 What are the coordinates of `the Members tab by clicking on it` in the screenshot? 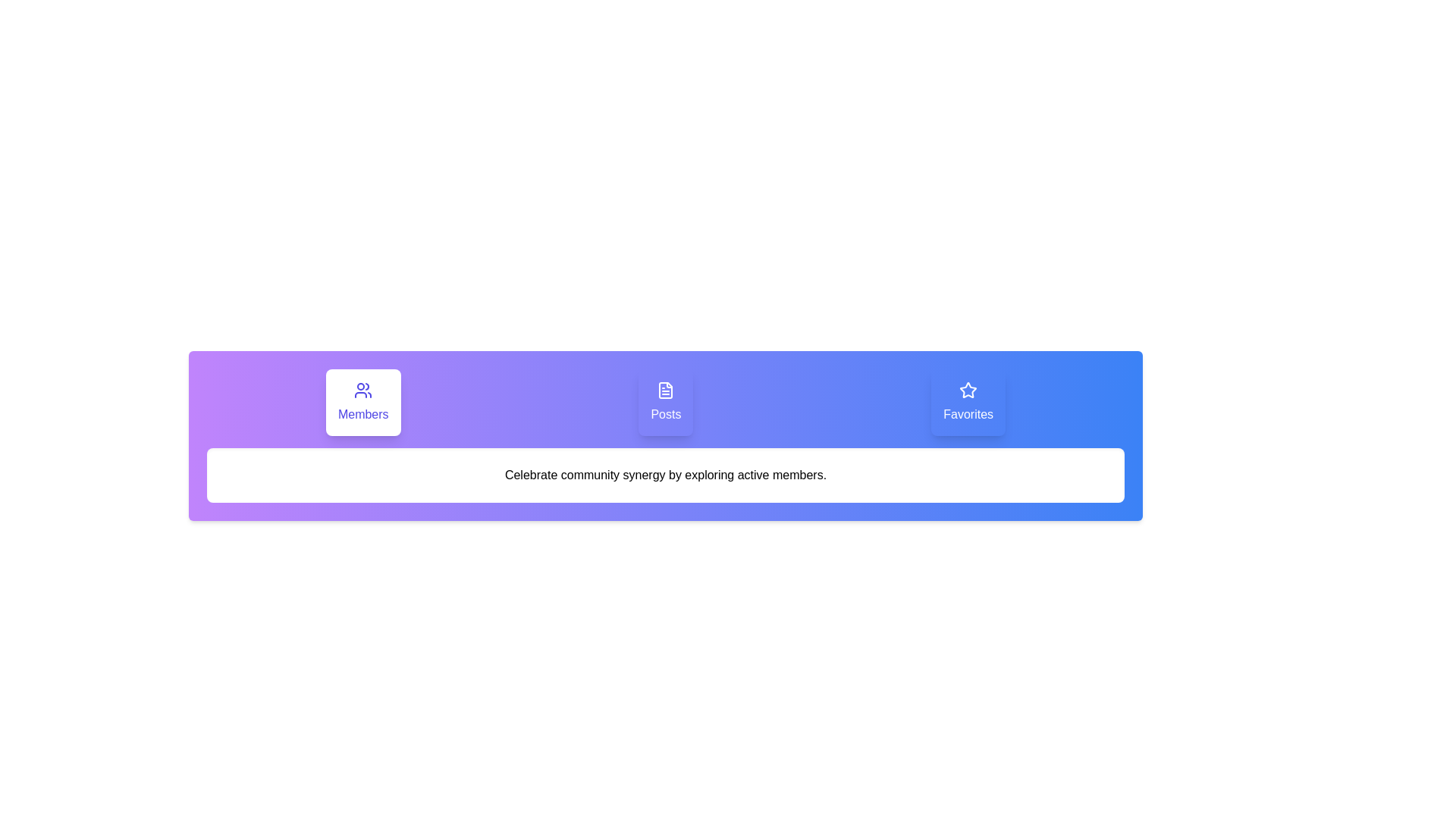 It's located at (362, 402).